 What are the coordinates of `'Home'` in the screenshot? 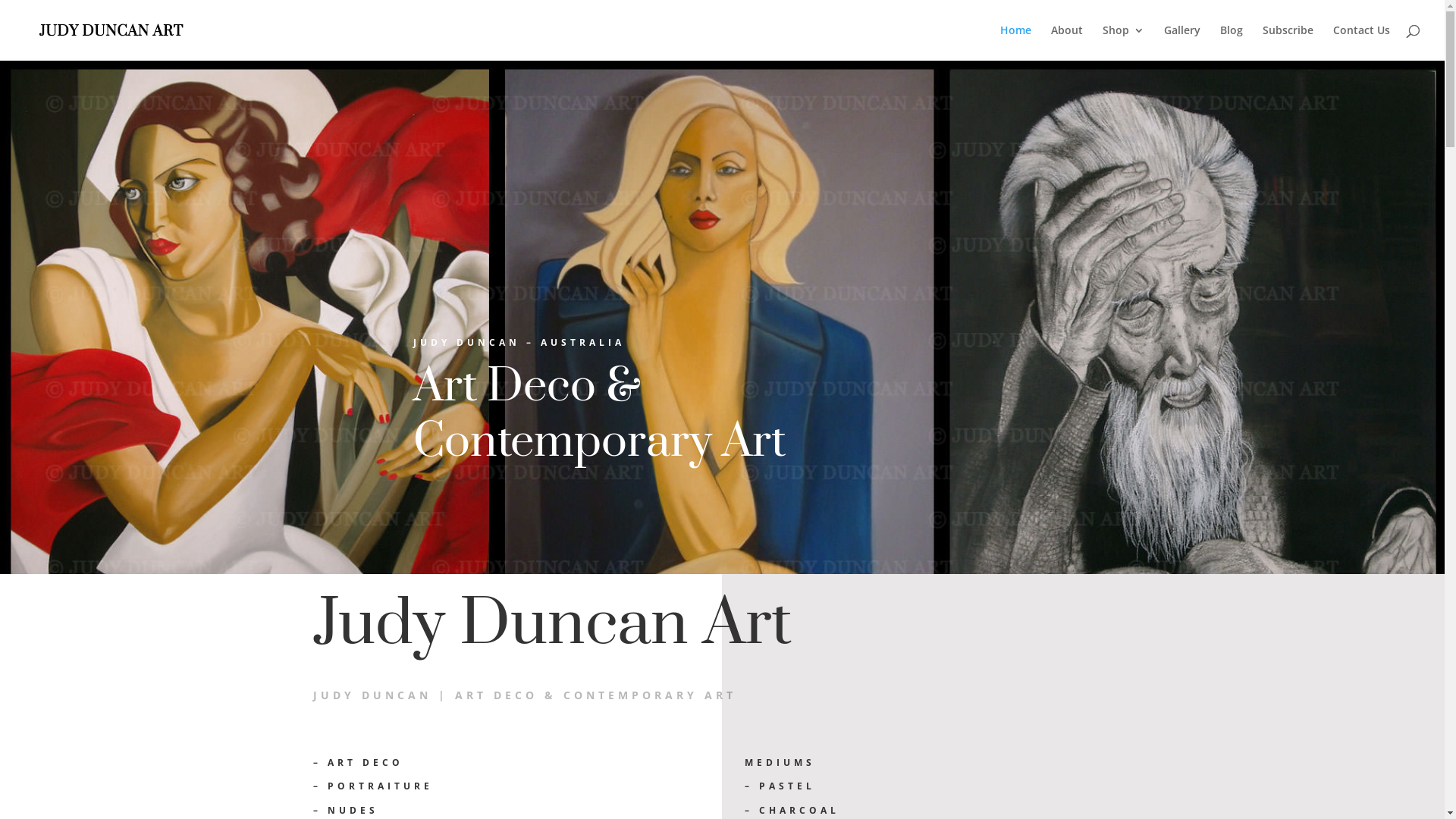 It's located at (1000, 42).